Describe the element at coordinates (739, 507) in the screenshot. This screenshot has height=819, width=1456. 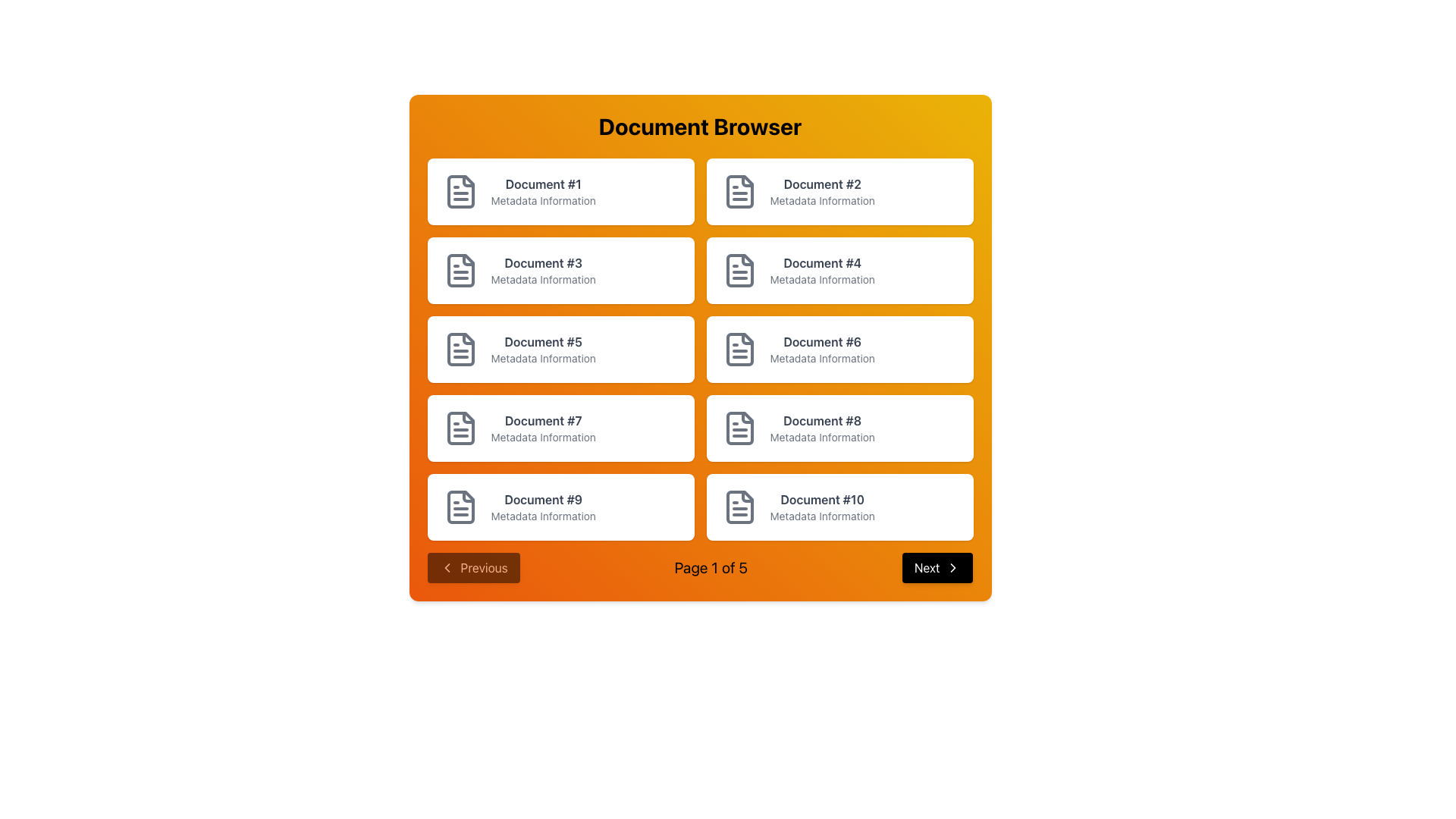
I see `the document file icon, which is gray and simplistic, located to the left of the text within the 'Document #10' card at the bottom right of the grid layout` at that location.